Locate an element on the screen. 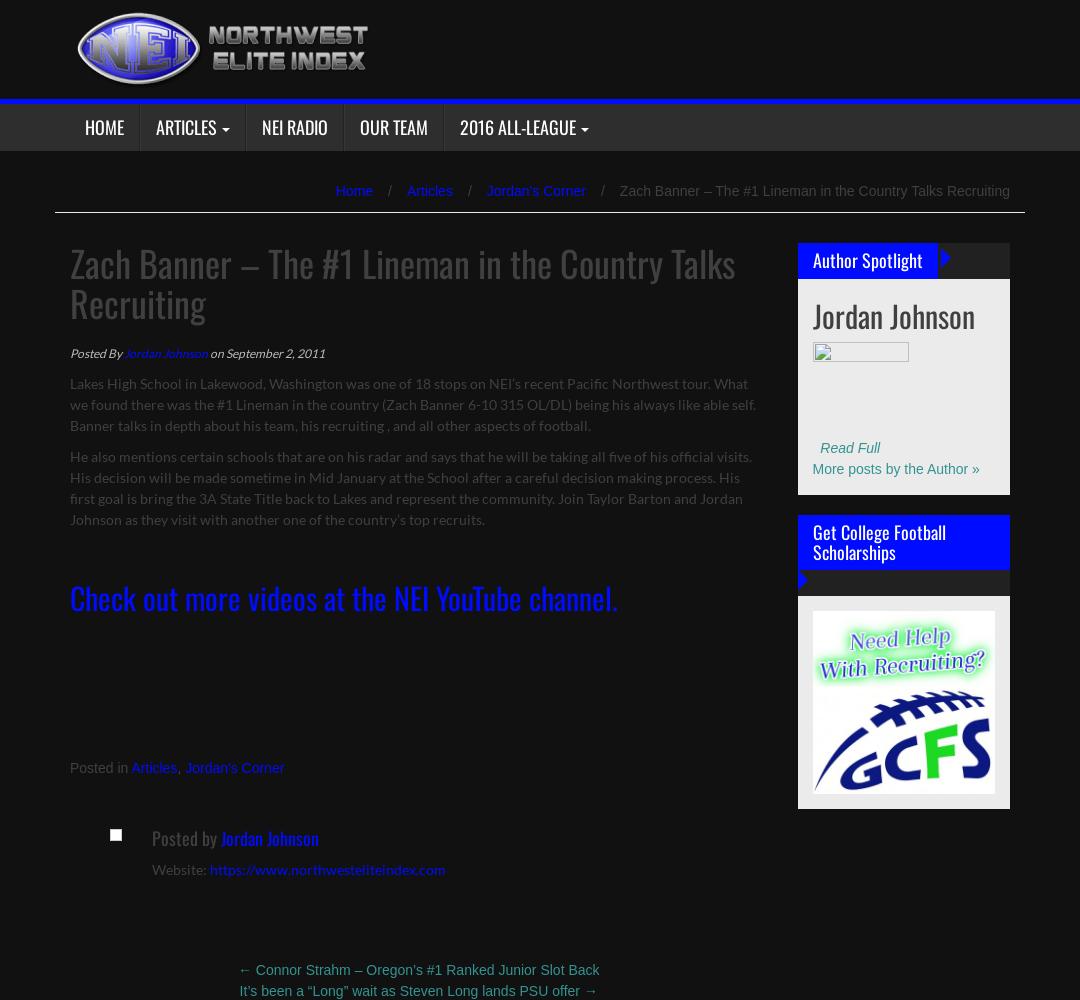  ',' is located at coordinates (181, 768).